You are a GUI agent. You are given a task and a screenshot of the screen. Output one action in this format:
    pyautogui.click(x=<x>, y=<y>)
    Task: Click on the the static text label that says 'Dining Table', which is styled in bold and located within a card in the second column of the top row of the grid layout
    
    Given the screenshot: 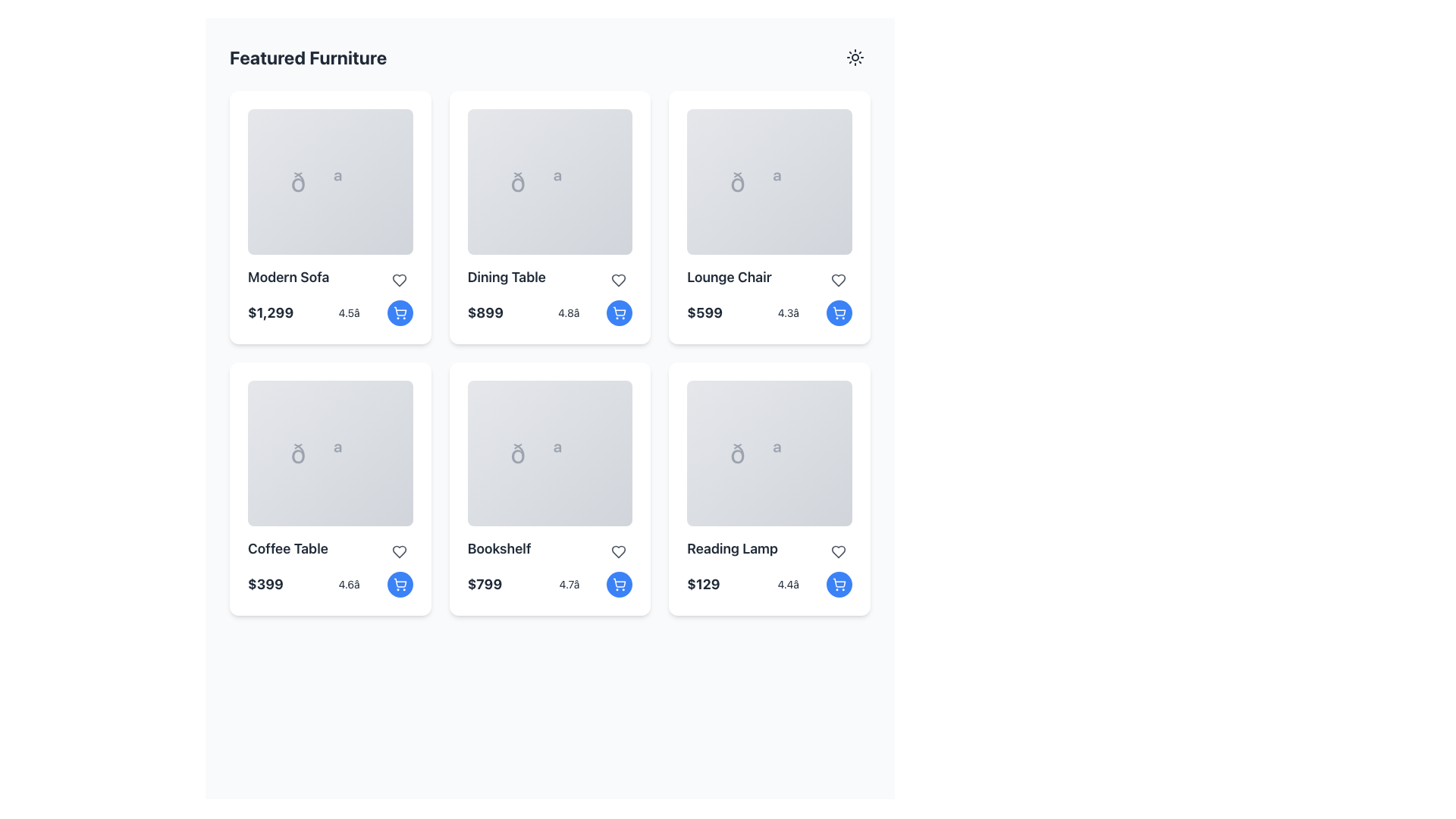 What is the action you would take?
    pyautogui.click(x=507, y=278)
    